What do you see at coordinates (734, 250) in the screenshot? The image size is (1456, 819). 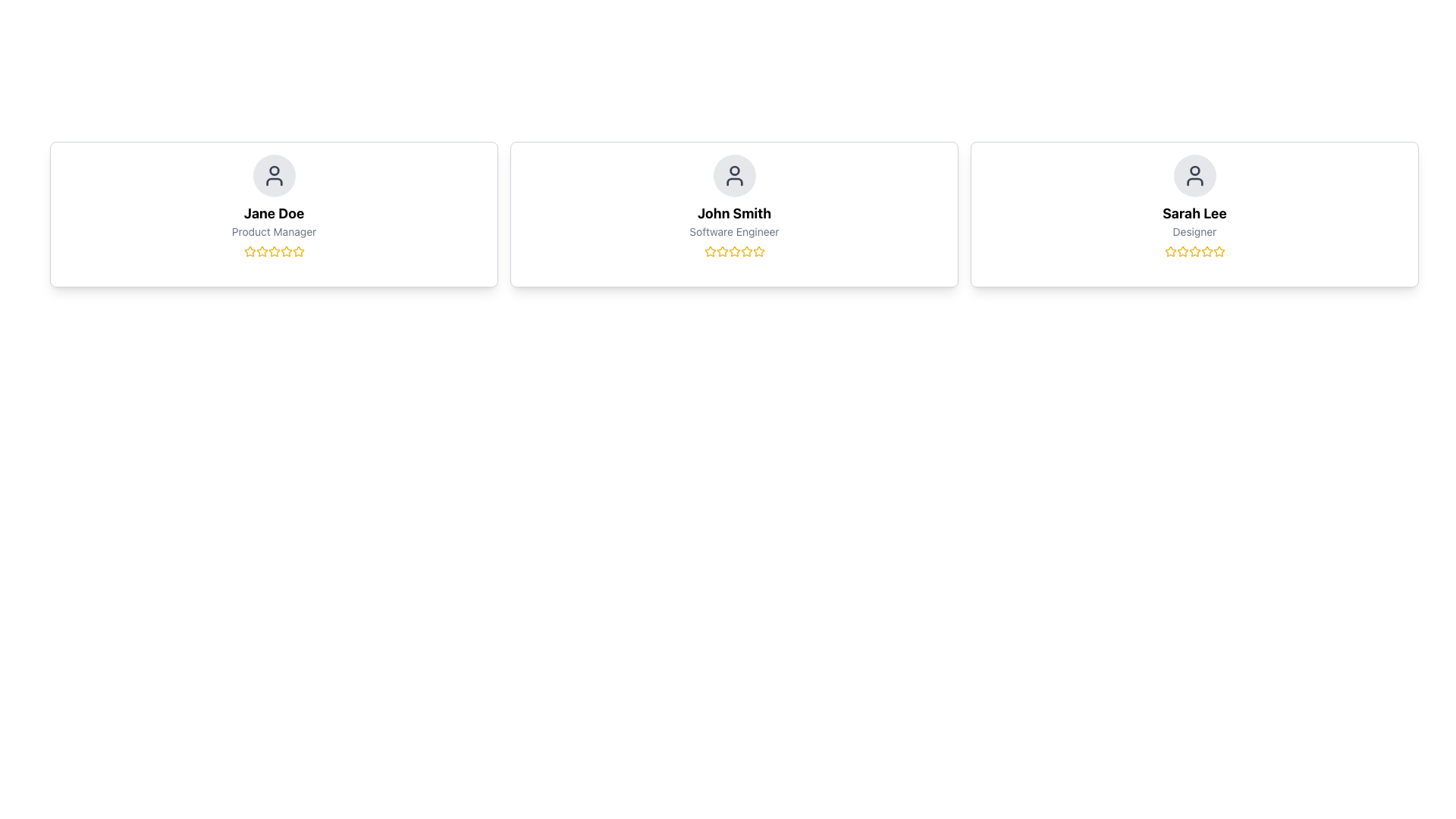 I see `the fourth star in the rating mechanism below the job title 'Software Engineer' for the profile of 'John Smith' to provide a rating` at bounding box center [734, 250].